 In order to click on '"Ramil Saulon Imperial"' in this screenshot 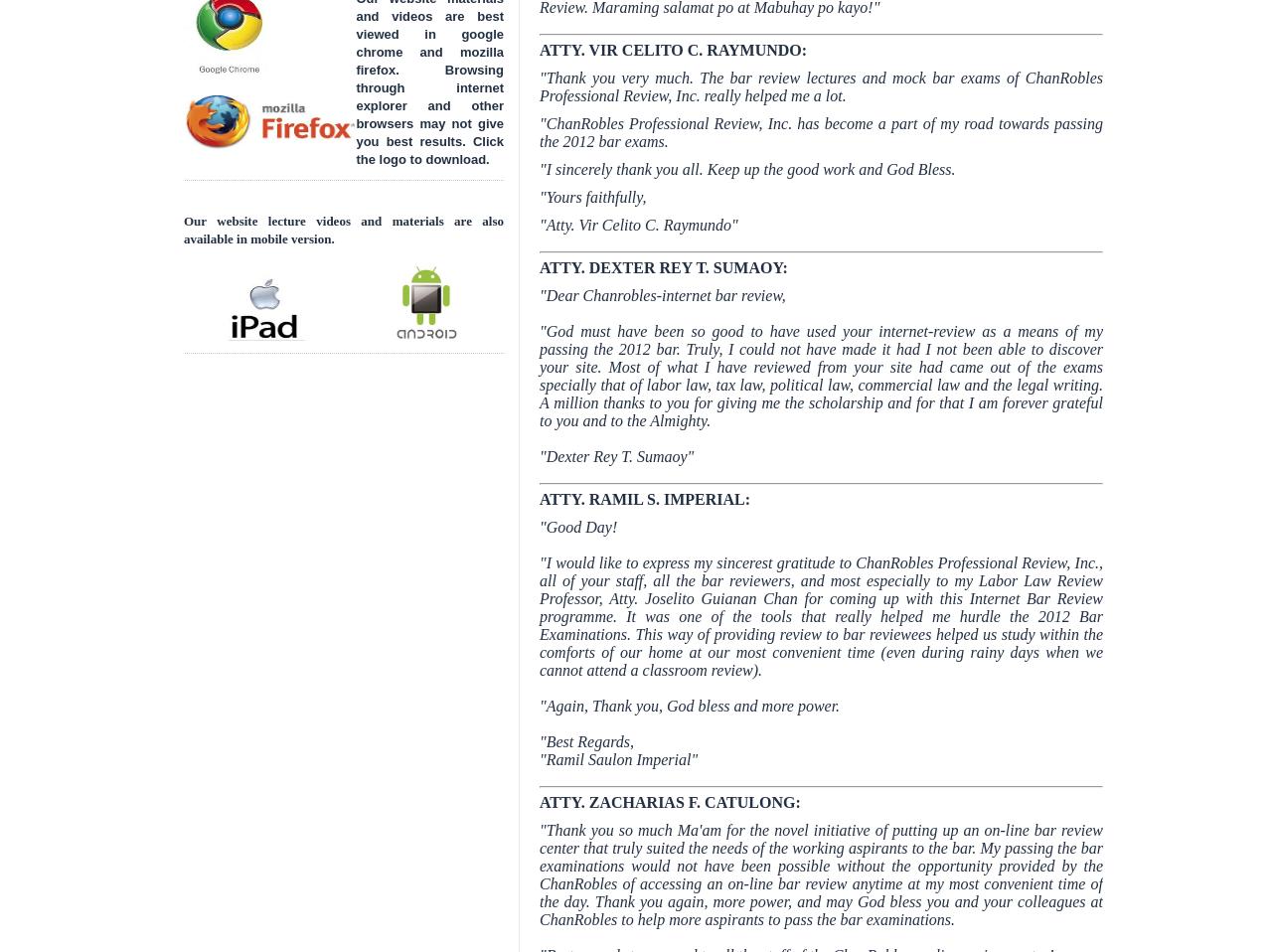, I will do `click(617, 759)`.